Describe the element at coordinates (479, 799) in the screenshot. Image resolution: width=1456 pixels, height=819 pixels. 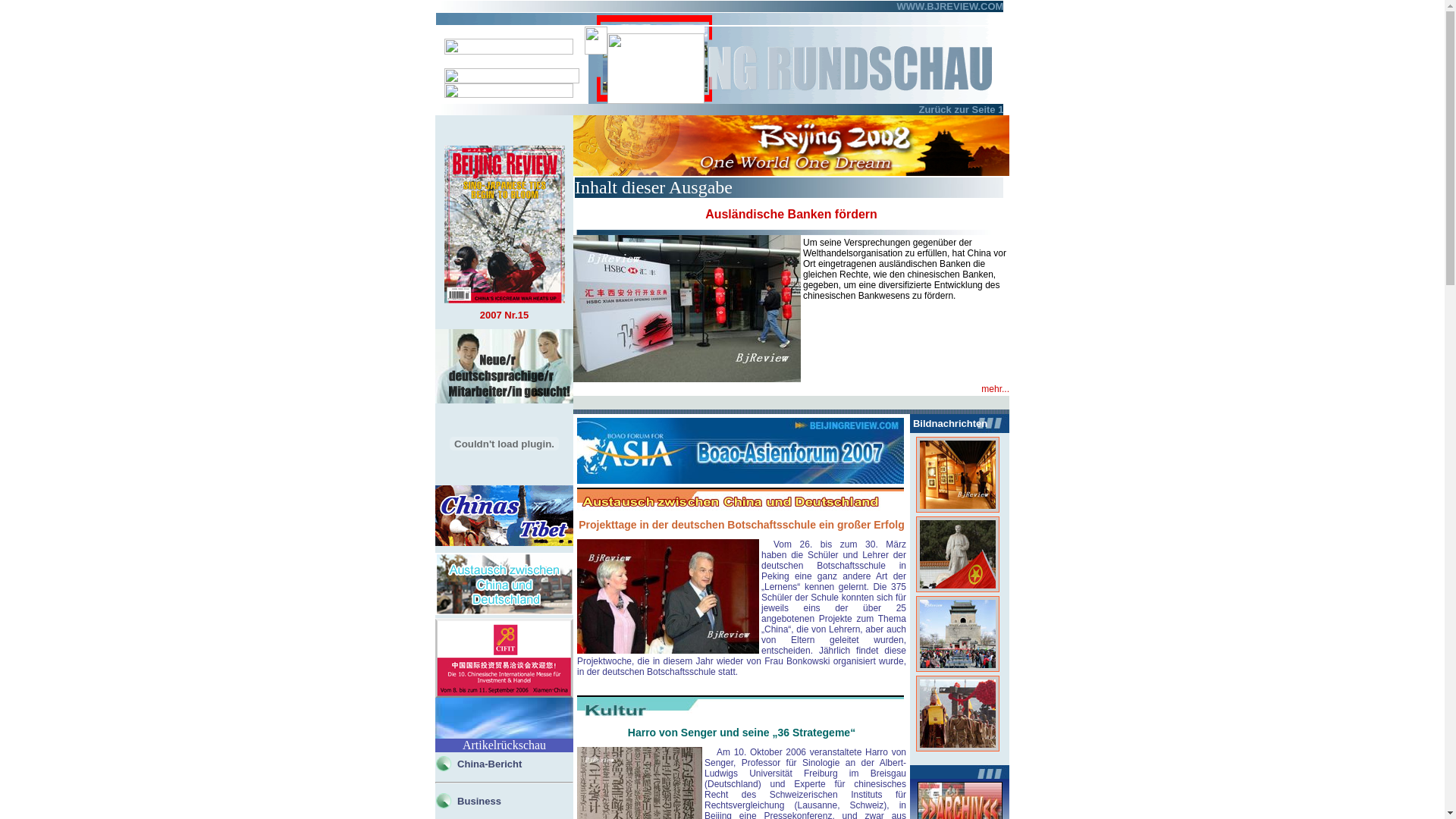
I see `'Business'` at that location.